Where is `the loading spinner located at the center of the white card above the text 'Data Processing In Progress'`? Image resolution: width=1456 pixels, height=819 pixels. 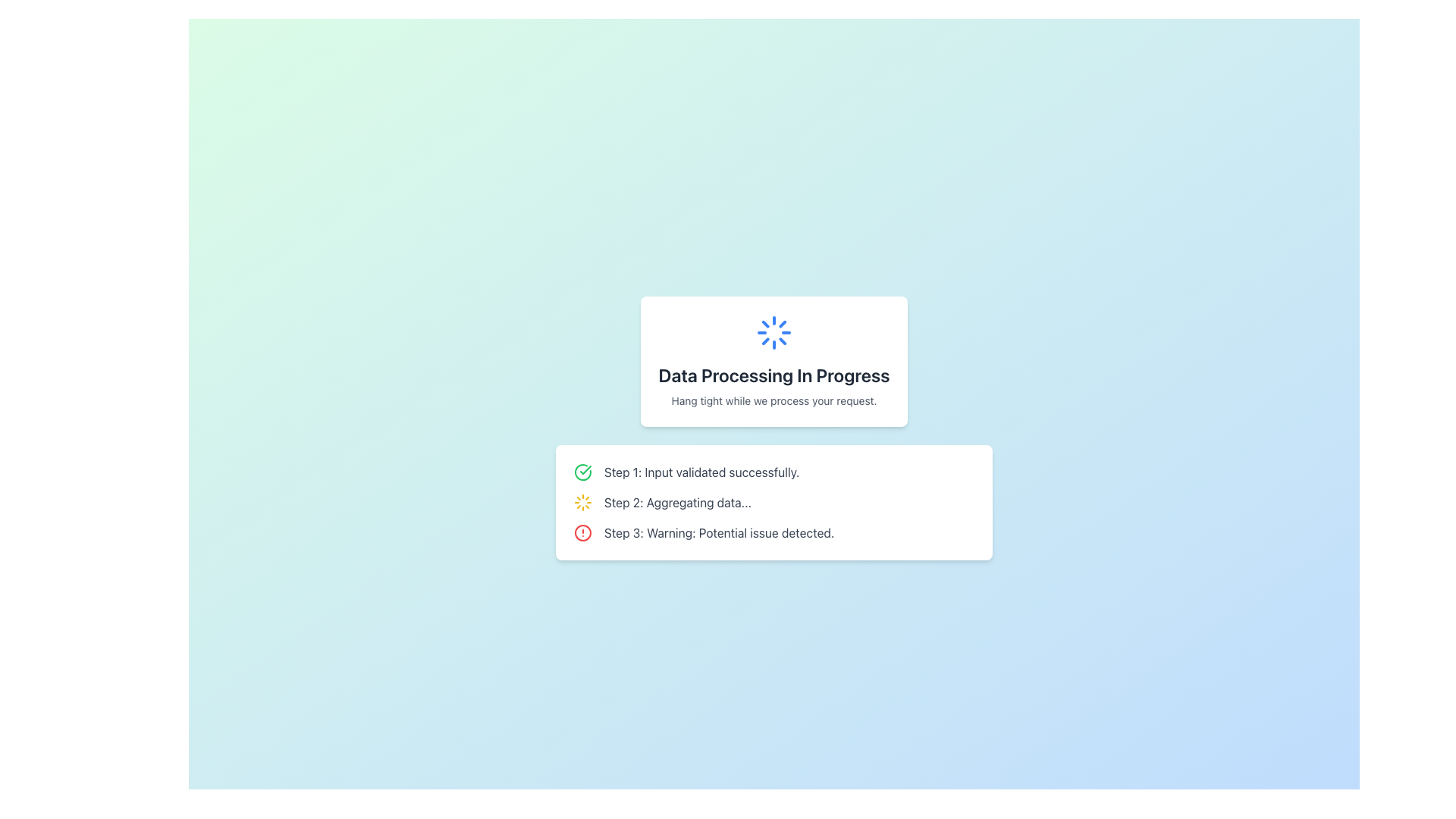 the loading spinner located at the center of the white card above the text 'Data Processing In Progress' is located at coordinates (774, 332).